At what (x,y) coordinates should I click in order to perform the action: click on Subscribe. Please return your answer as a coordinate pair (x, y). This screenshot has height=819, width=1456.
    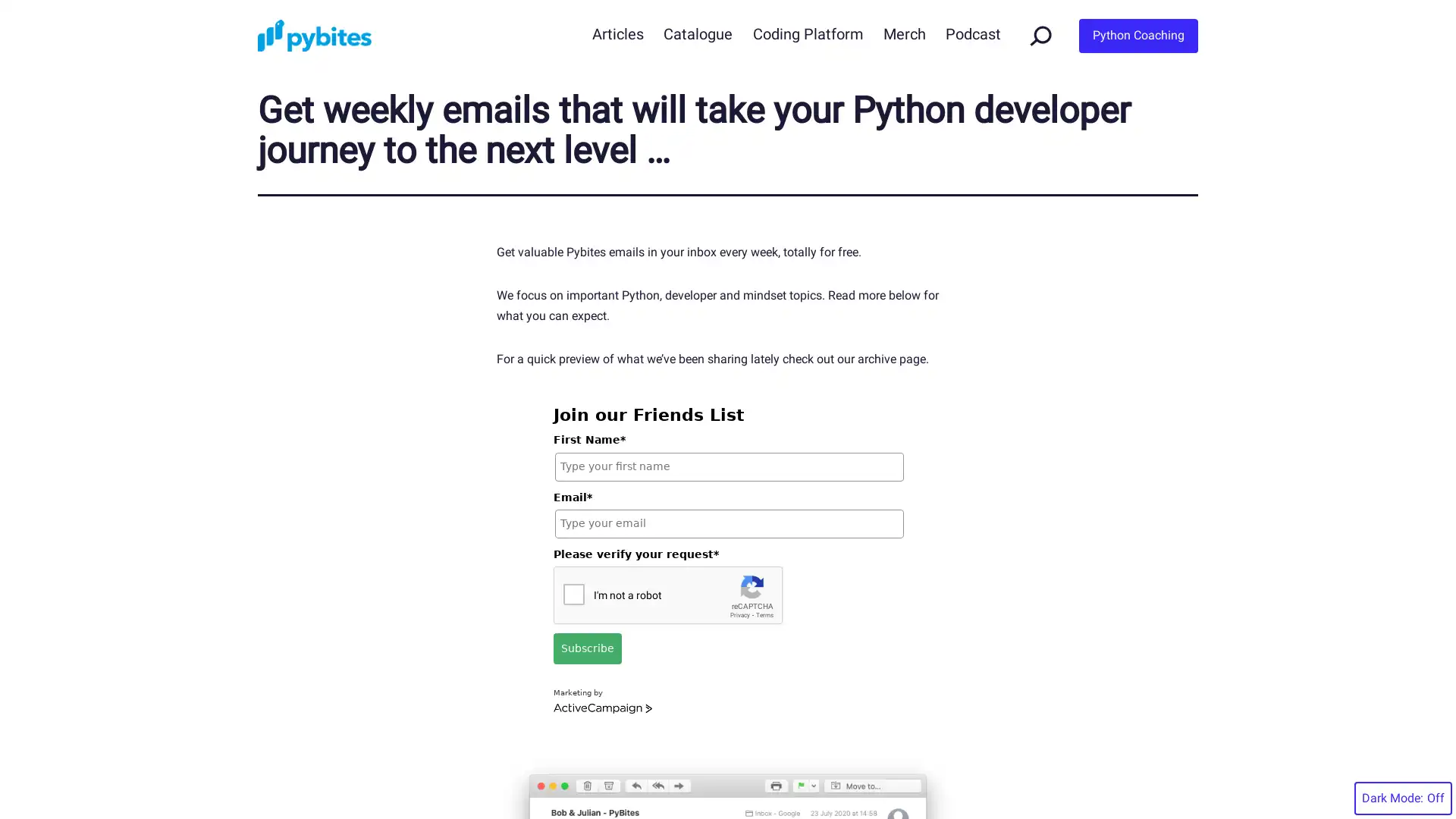
    Looking at the image, I should click on (586, 648).